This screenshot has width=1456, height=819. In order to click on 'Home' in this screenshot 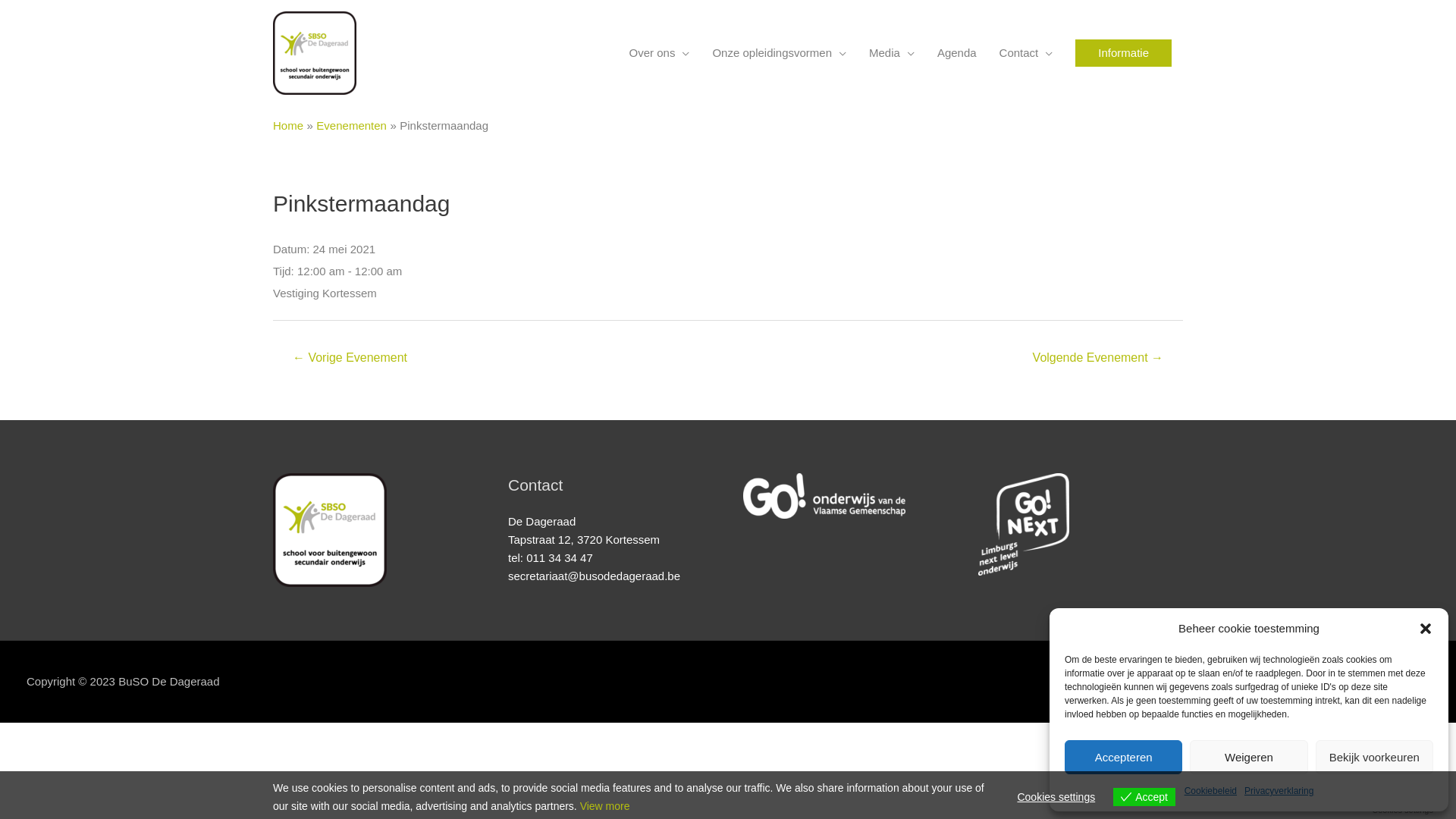, I will do `click(287, 124)`.